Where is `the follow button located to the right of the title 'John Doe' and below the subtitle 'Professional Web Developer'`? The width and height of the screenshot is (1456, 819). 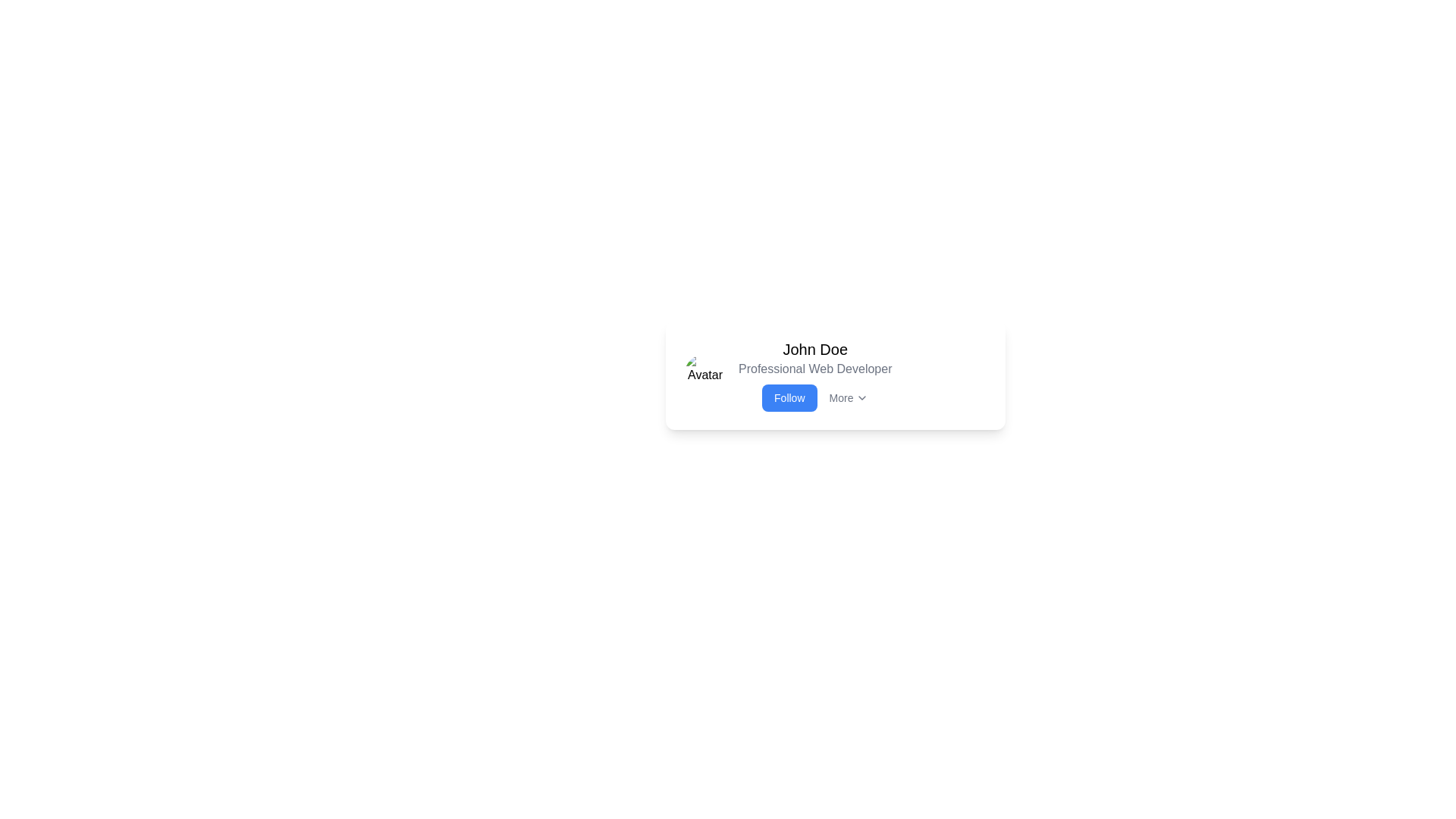
the follow button located to the right of the title 'John Doe' and below the subtitle 'Professional Web Developer' is located at coordinates (789, 397).